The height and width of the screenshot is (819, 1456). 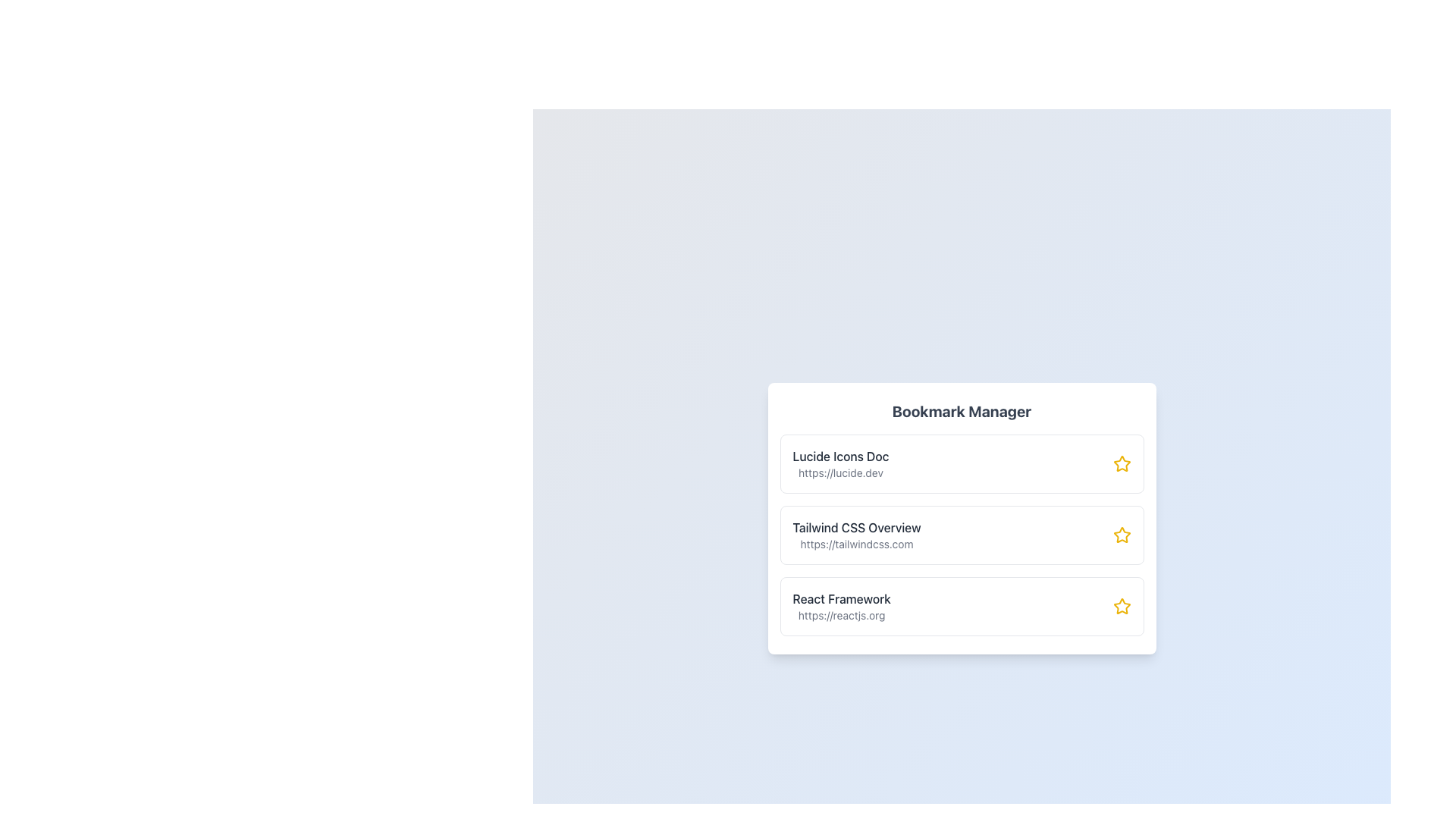 What do you see at coordinates (857, 526) in the screenshot?
I see `the text label that identifies the bookmarked URL in the 'Bookmark Manager' interface, specifically the second item in the list above the link 'https://tailwindcss.com'` at bounding box center [857, 526].